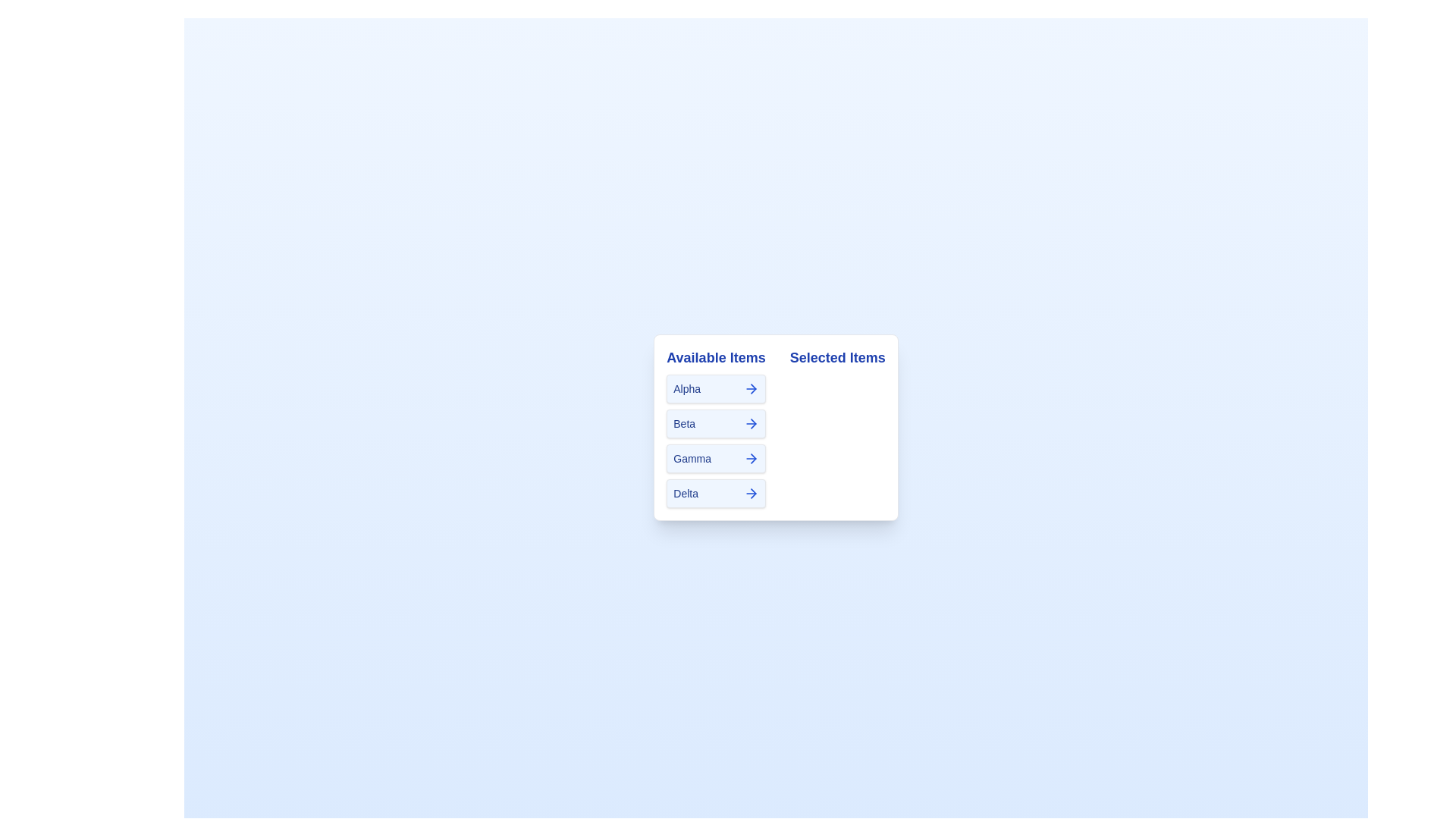 The image size is (1456, 819). Describe the element at coordinates (751, 424) in the screenshot. I see `arrow button next to the item Beta to transfer it to the 'Selected Items' list` at that location.